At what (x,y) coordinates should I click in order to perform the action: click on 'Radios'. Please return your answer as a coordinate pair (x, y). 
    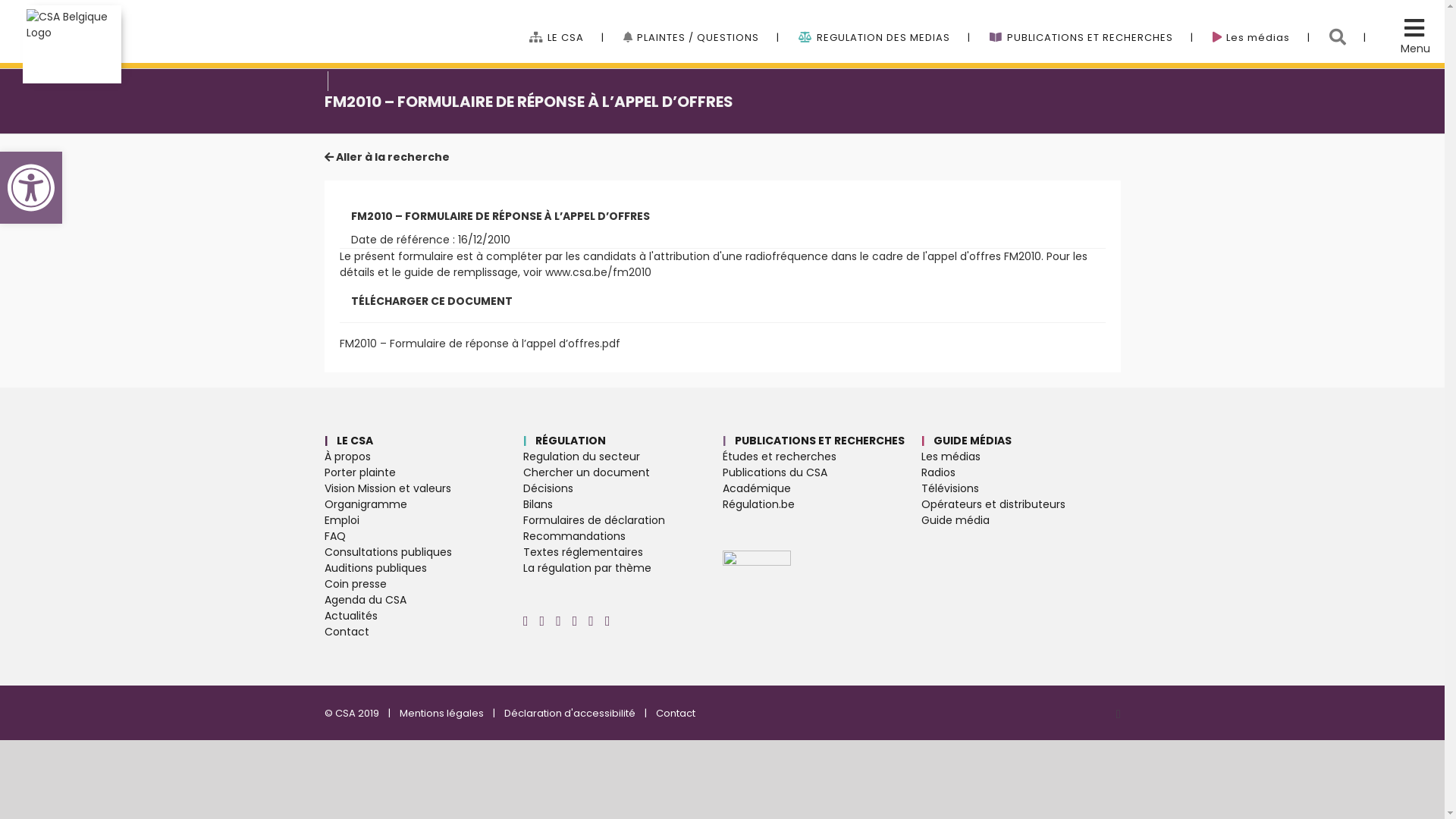
    Looking at the image, I should click on (920, 472).